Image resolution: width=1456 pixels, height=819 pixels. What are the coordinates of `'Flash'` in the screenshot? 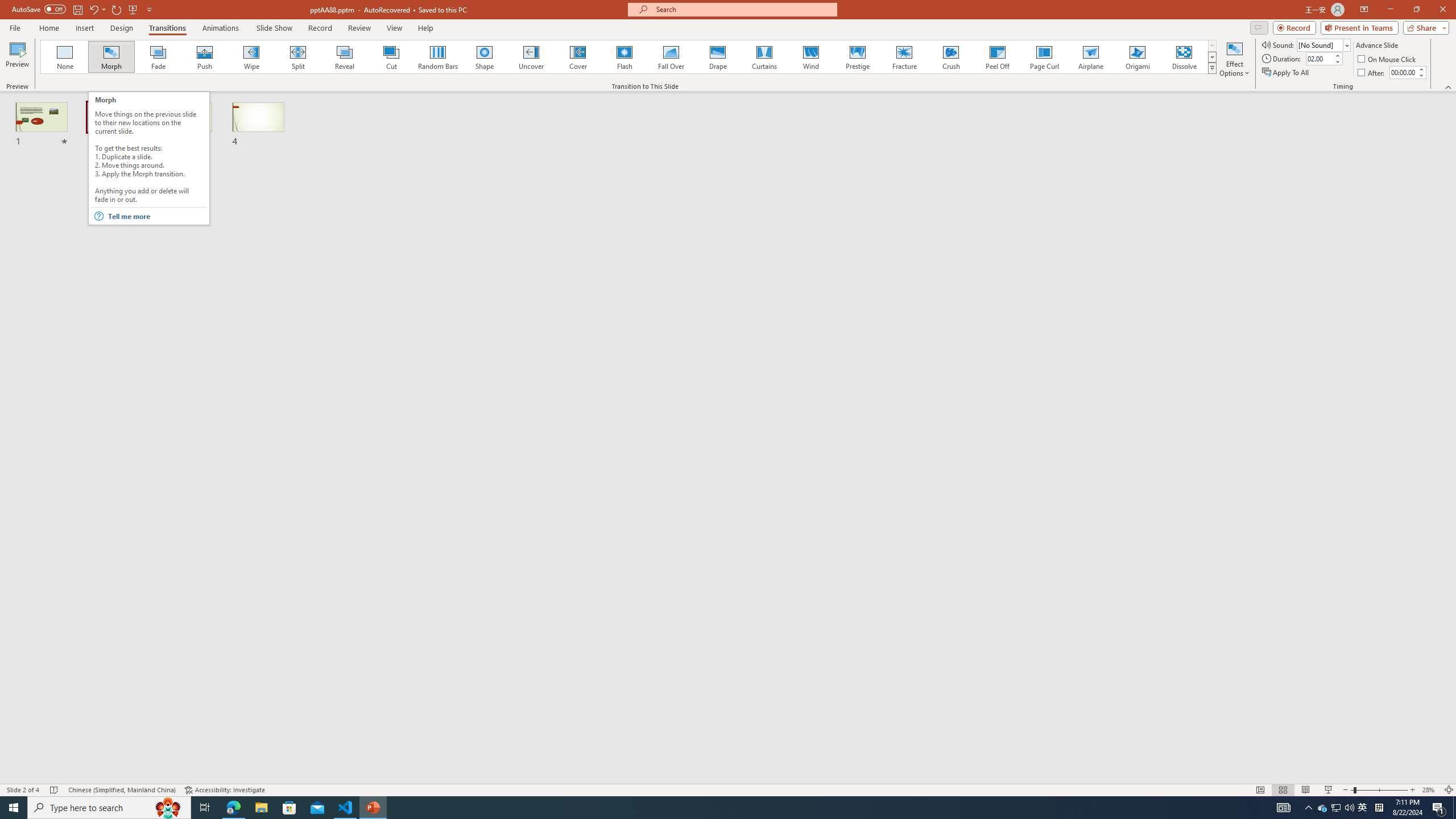 It's located at (624, 56).